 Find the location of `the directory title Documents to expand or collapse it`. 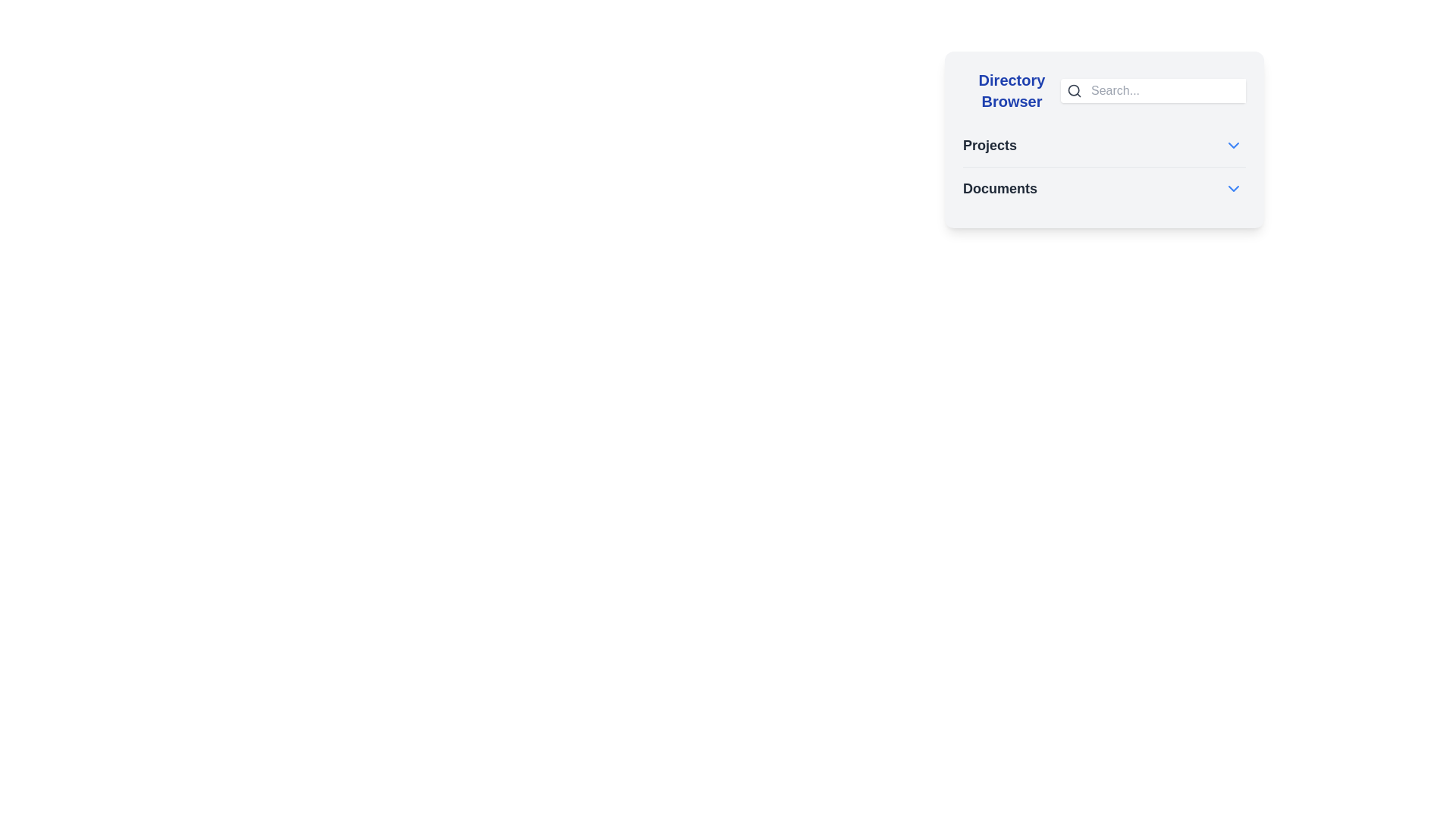

the directory title Documents to expand or collapse it is located at coordinates (1000, 188).